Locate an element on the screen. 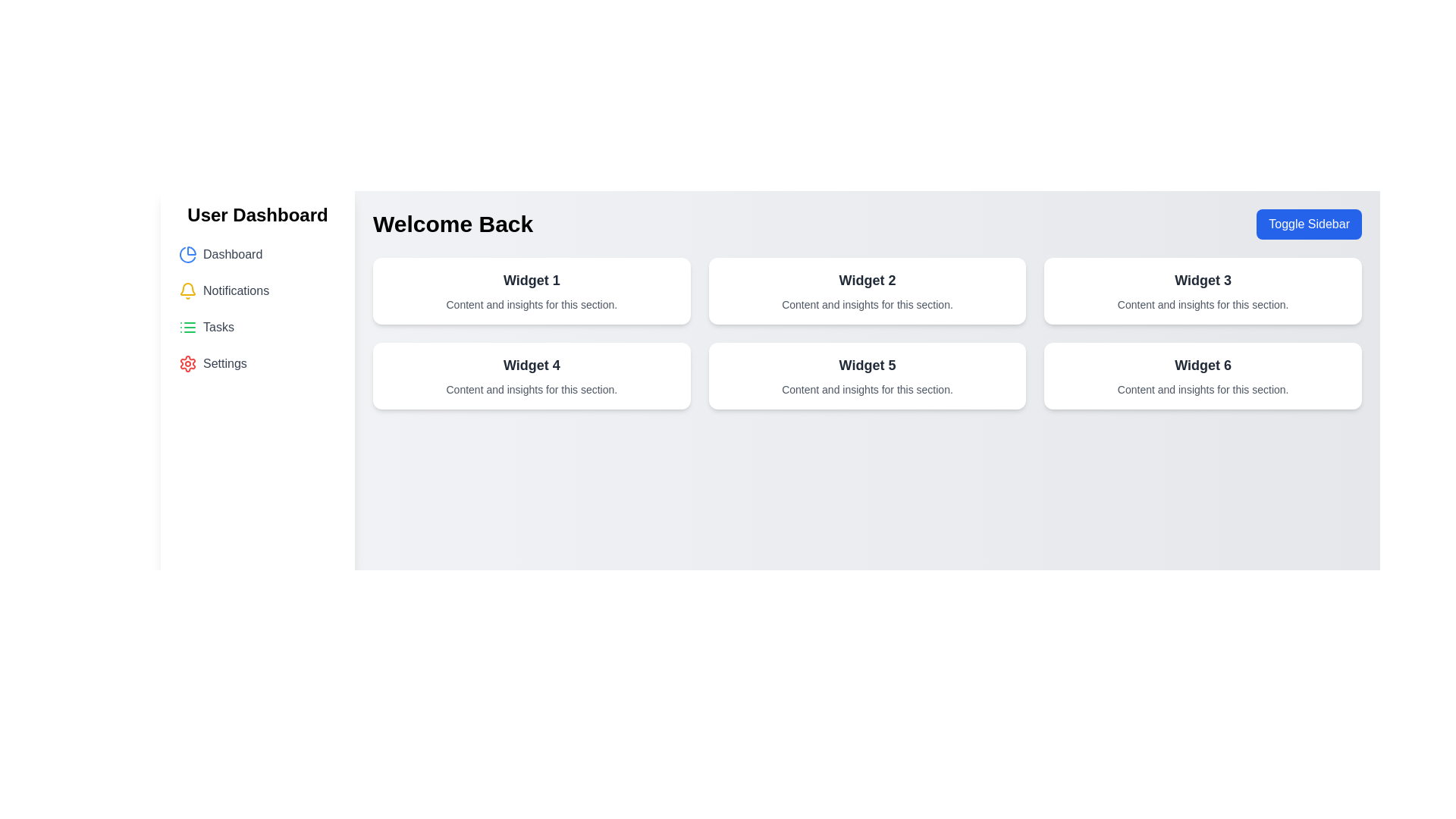 The width and height of the screenshot is (1456, 819). small, gray text label that says 'Content and insights for this section.' located within the widget card beneath the bold title 'Widget 5' is located at coordinates (867, 388).